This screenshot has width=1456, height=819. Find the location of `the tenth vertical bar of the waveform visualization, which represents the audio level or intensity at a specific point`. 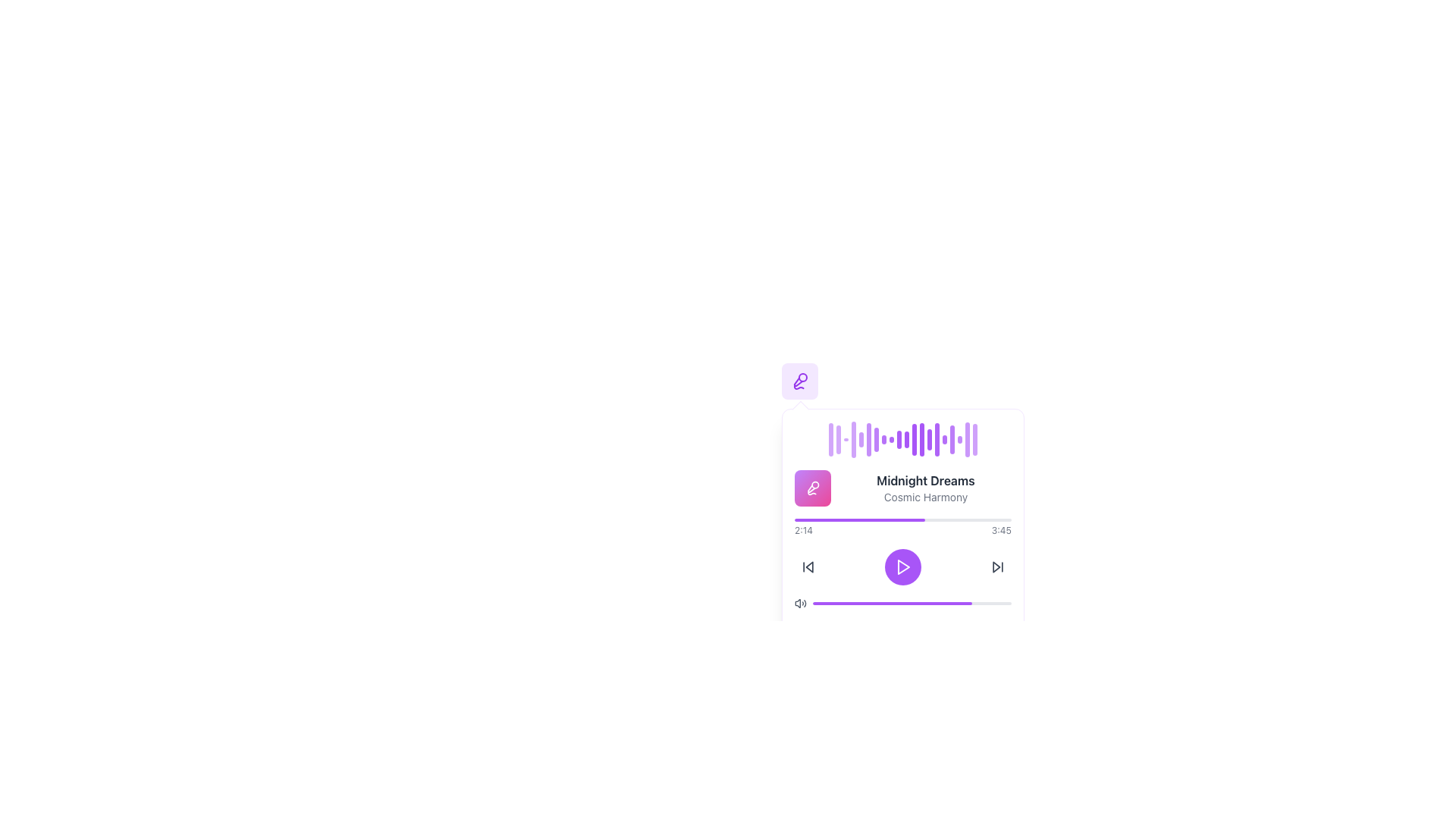

the tenth vertical bar of the waveform visualization, which represents the audio level or intensity at a specific point is located at coordinates (899, 439).